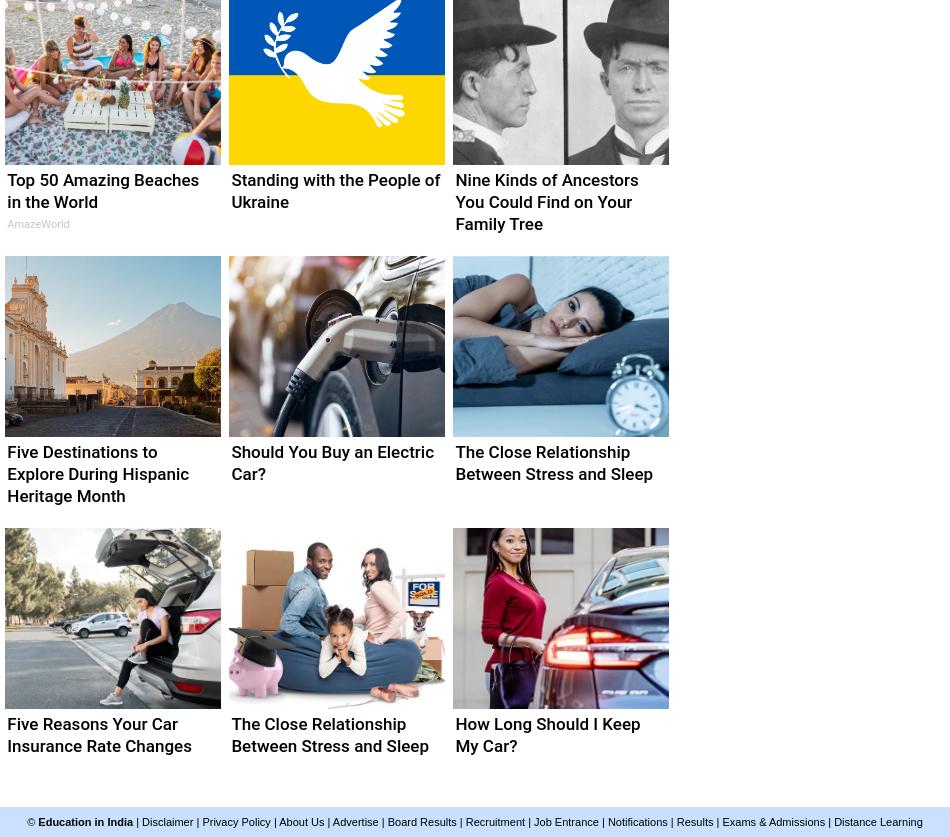 The width and height of the screenshot is (950, 837). I want to click on 'Exams & Admissions', so click(721, 821).